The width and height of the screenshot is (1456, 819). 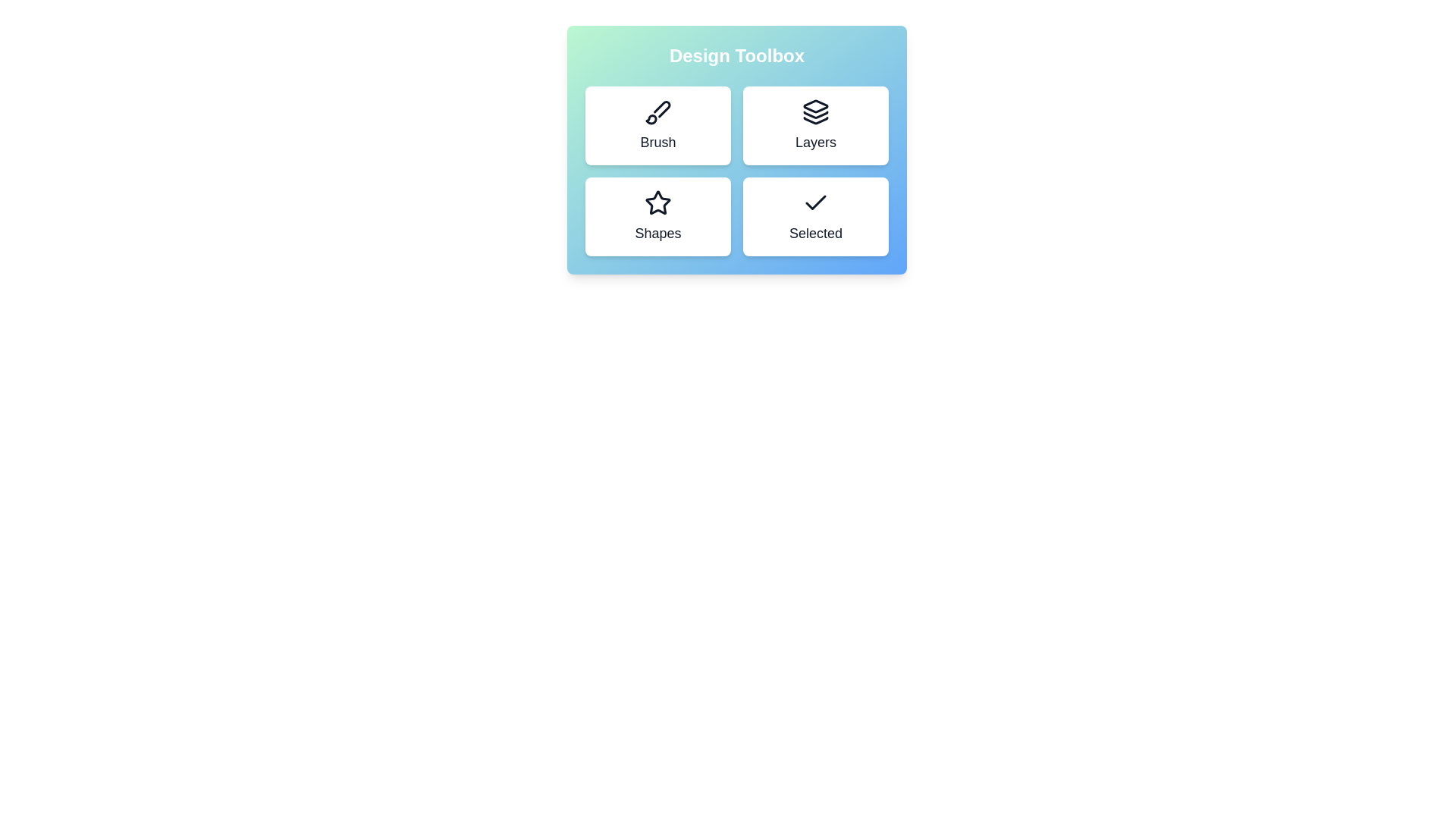 I want to click on the tool Layers to observe hover effects, so click(x=814, y=124).